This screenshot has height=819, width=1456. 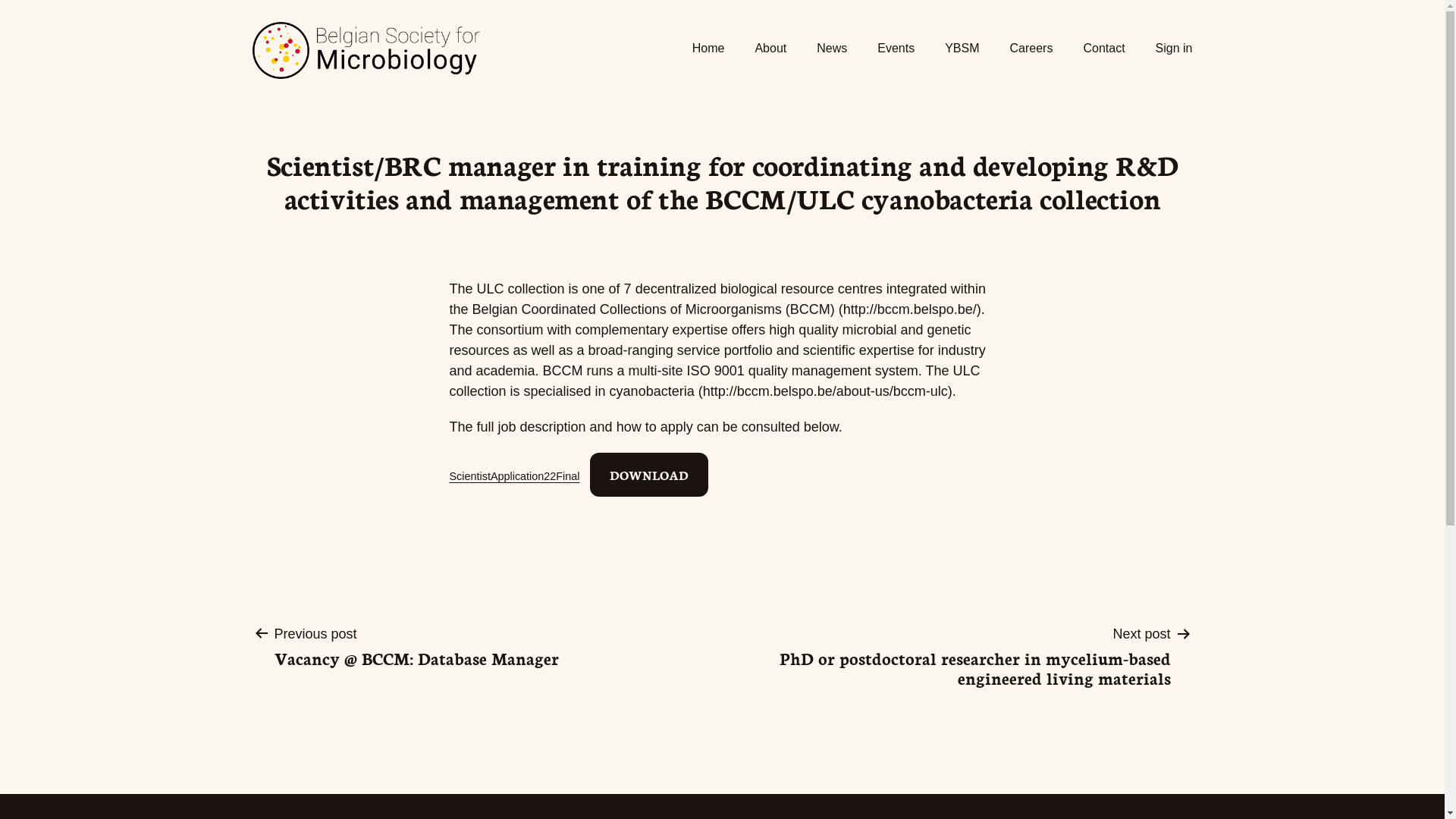 What do you see at coordinates (961, 48) in the screenshot?
I see `'YBSM'` at bounding box center [961, 48].